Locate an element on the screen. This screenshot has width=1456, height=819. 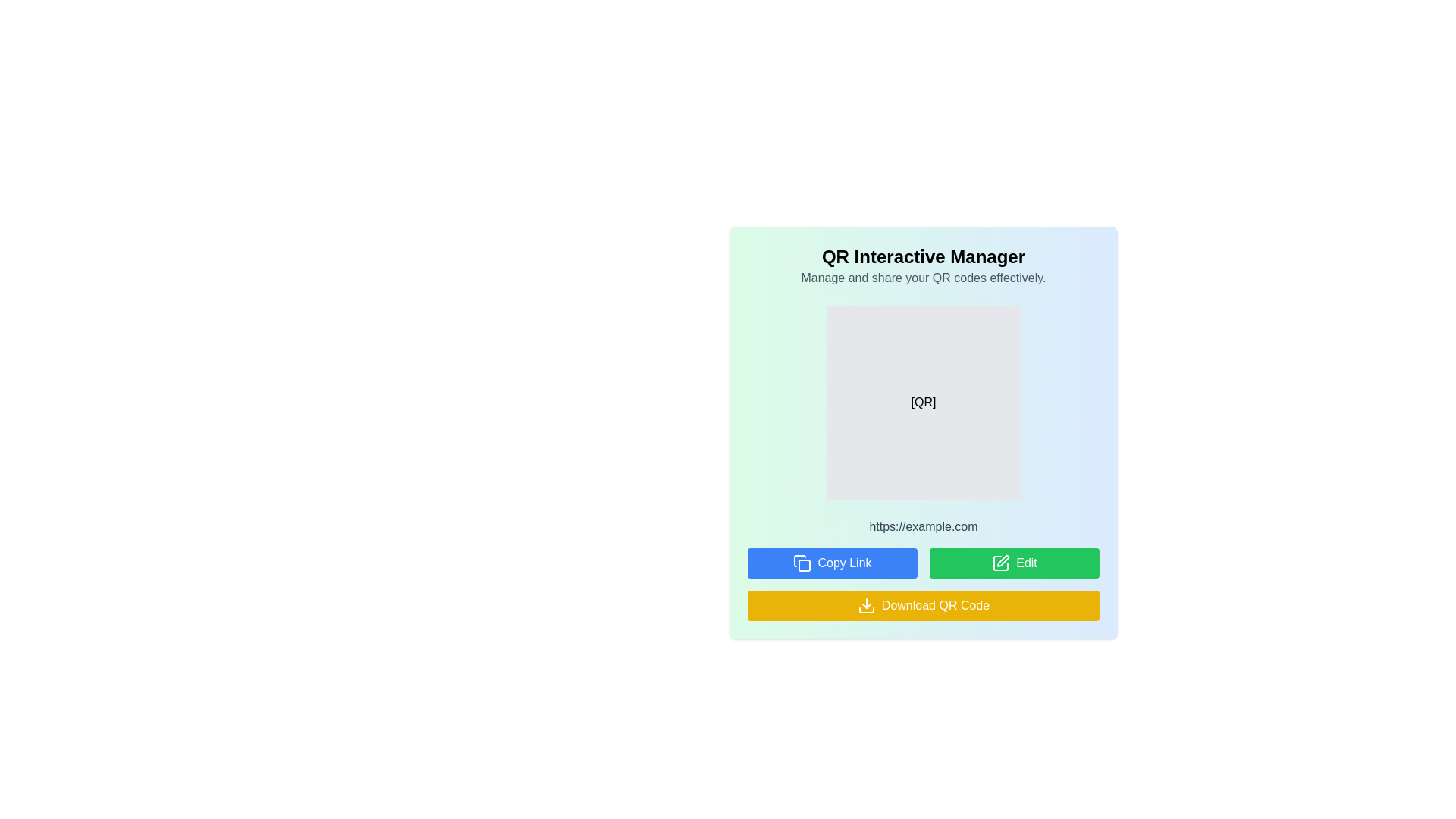
the 'Edit' button icon is located at coordinates (1001, 563).